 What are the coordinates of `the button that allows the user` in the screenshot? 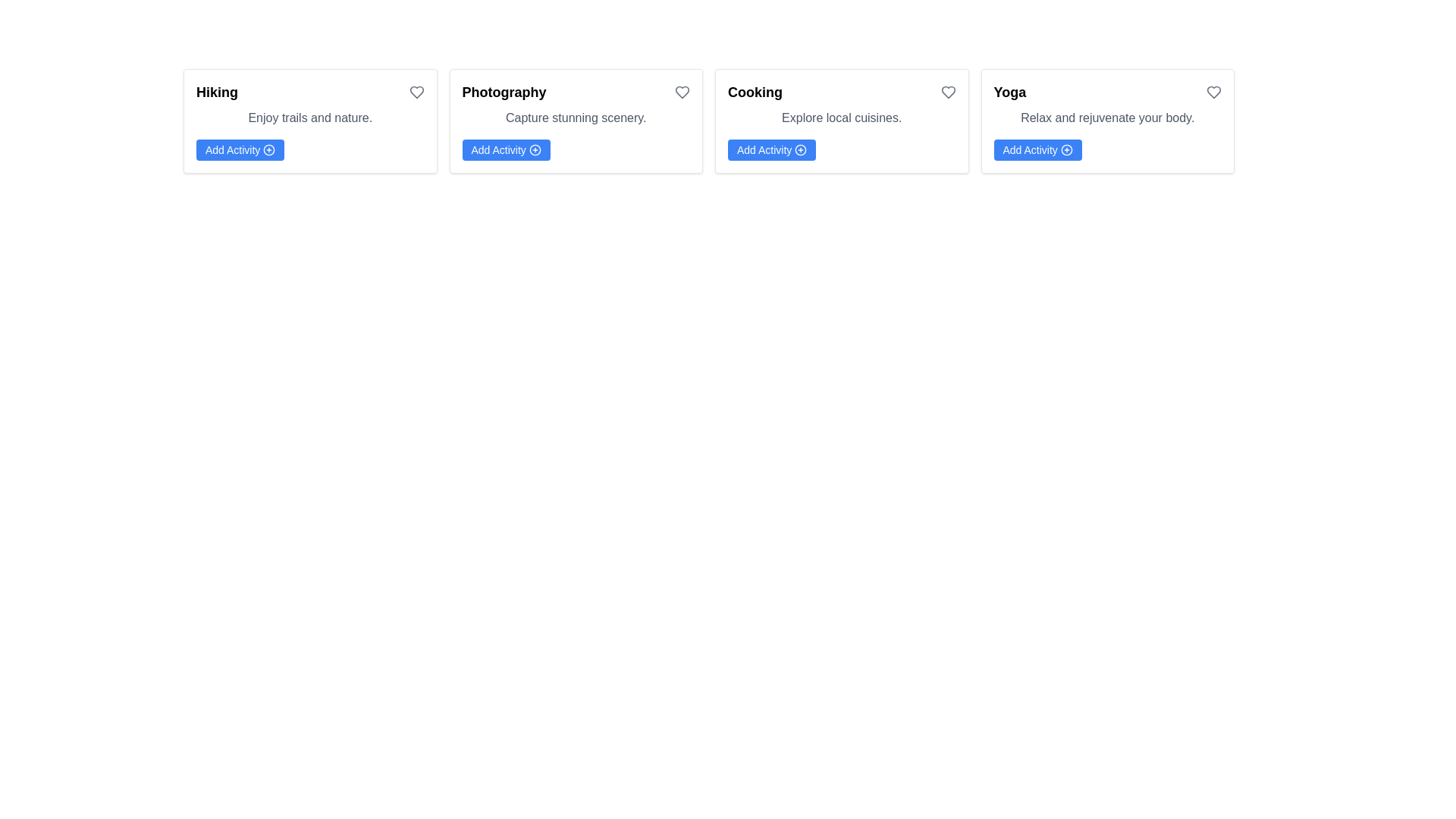 It's located at (506, 149).